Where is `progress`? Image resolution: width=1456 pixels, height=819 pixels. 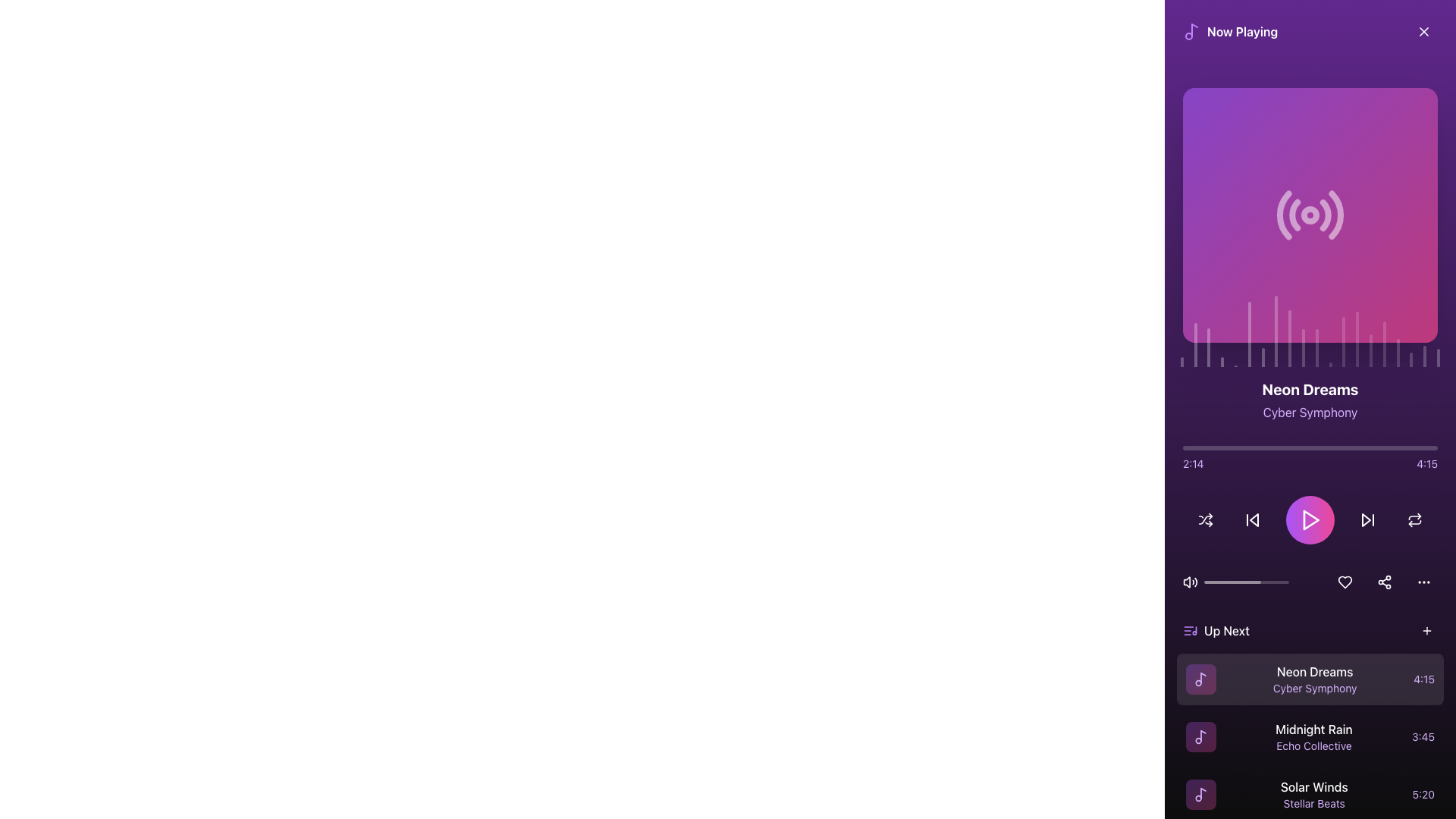 progress is located at coordinates (1325, 447).